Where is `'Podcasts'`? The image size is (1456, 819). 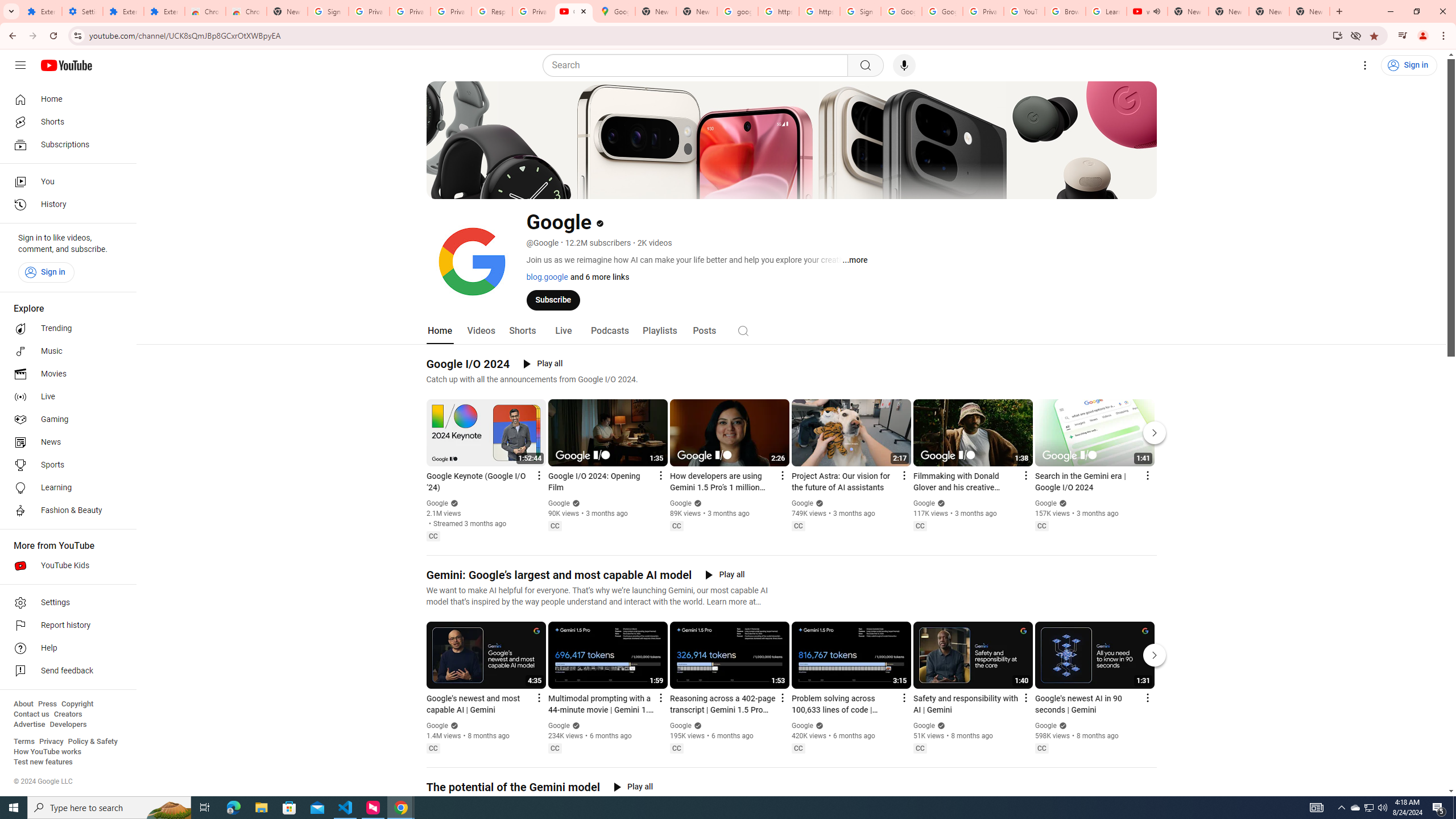 'Podcasts' is located at coordinates (609, 330).